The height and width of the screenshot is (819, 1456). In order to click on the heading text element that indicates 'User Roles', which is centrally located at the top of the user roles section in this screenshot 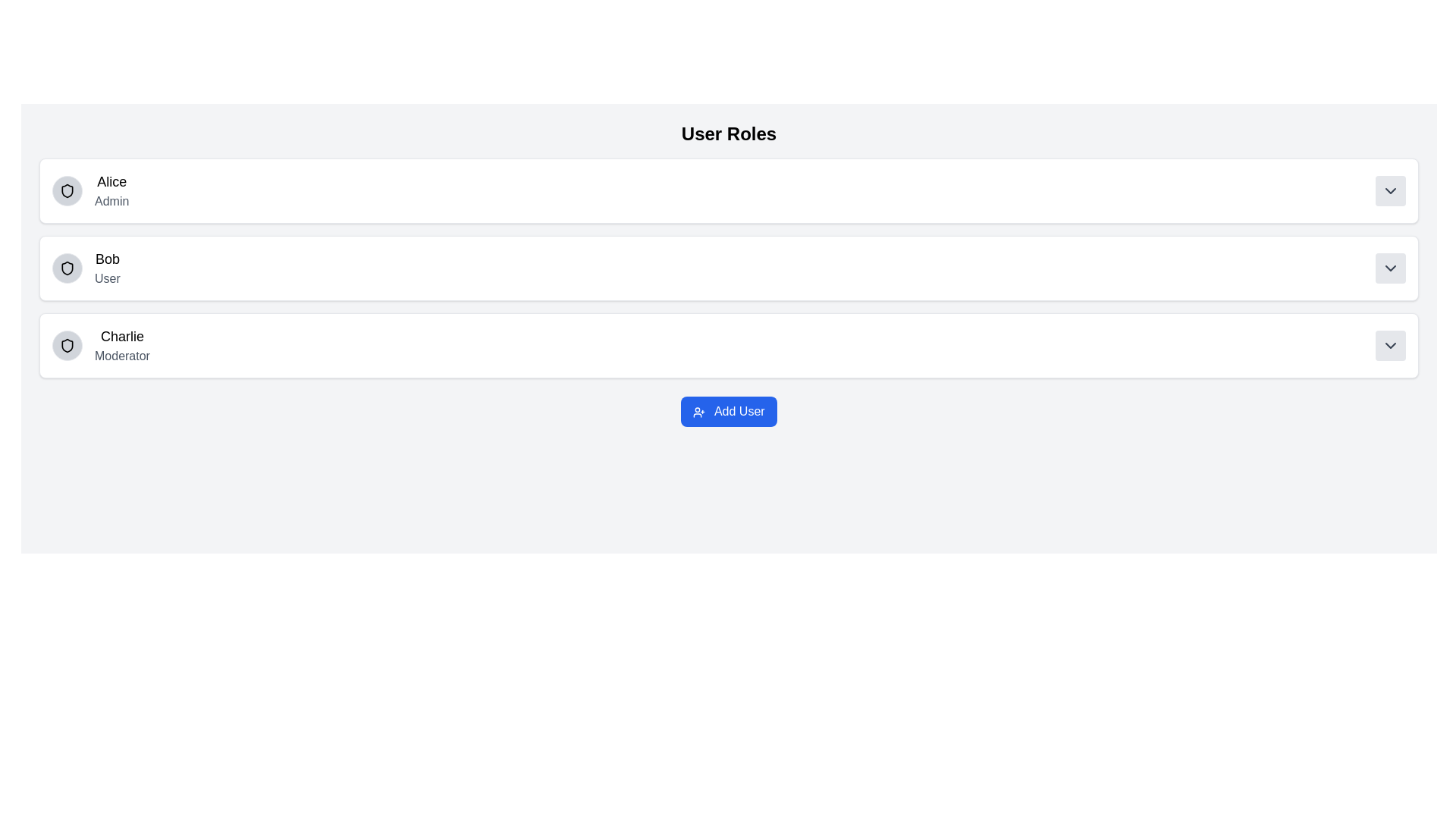, I will do `click(729, 133)`.